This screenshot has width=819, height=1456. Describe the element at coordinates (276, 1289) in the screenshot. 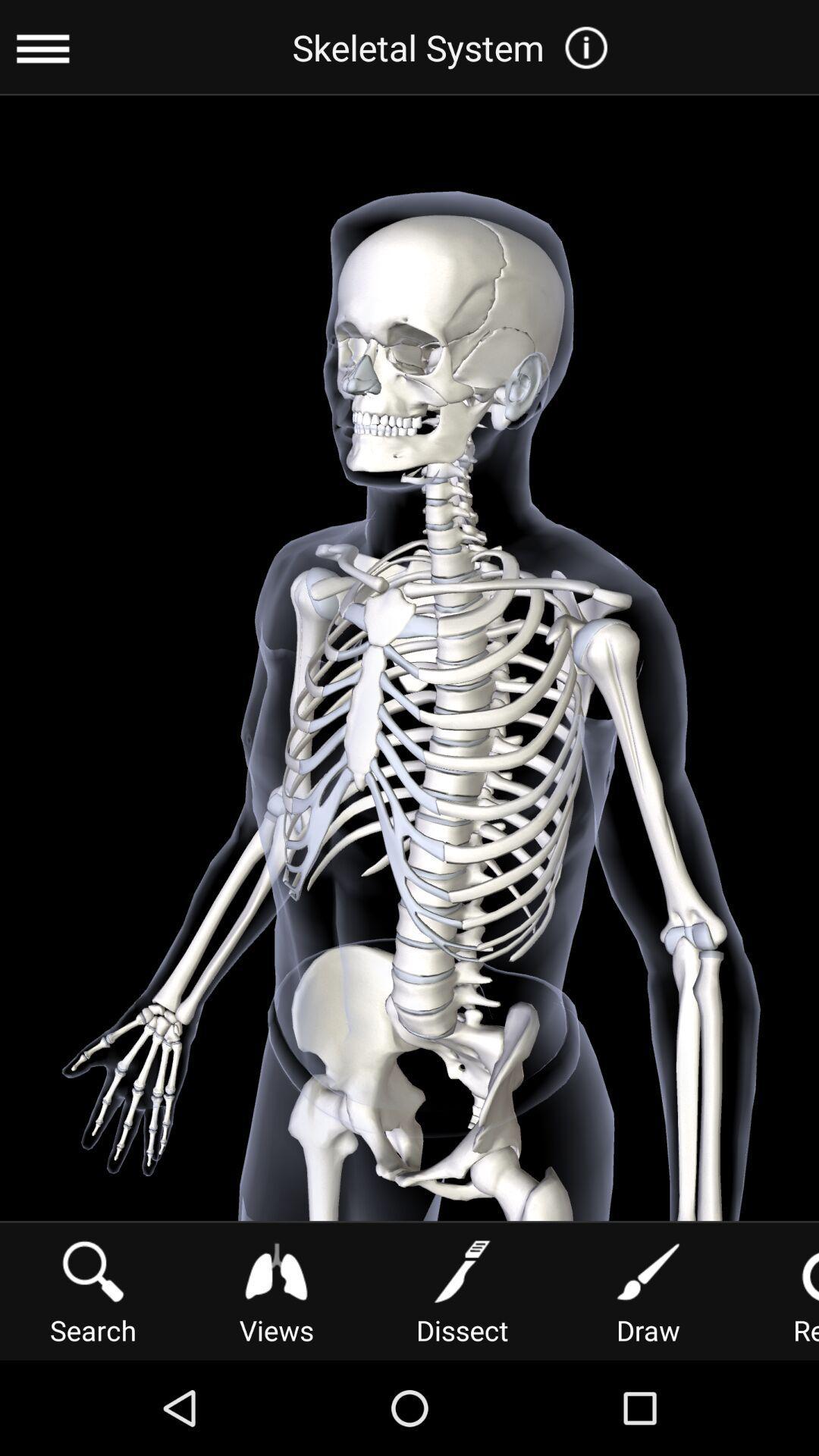

I see `icon to the left of dissect item` at that location.